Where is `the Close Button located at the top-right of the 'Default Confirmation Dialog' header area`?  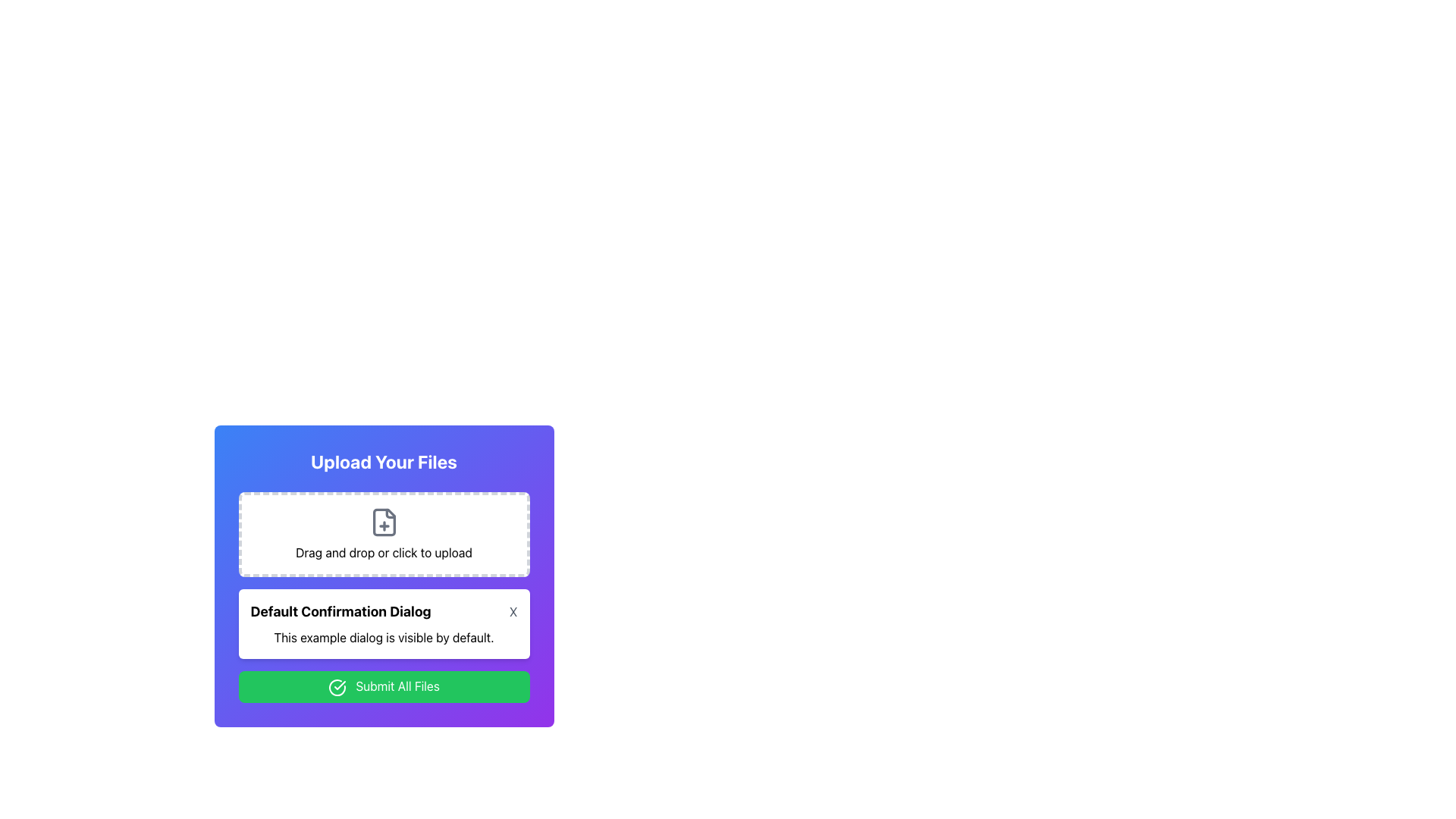
the Close Button located at the top-right of the 'Default Confirmation Dialog' header area is located at coordinates (513, 610).